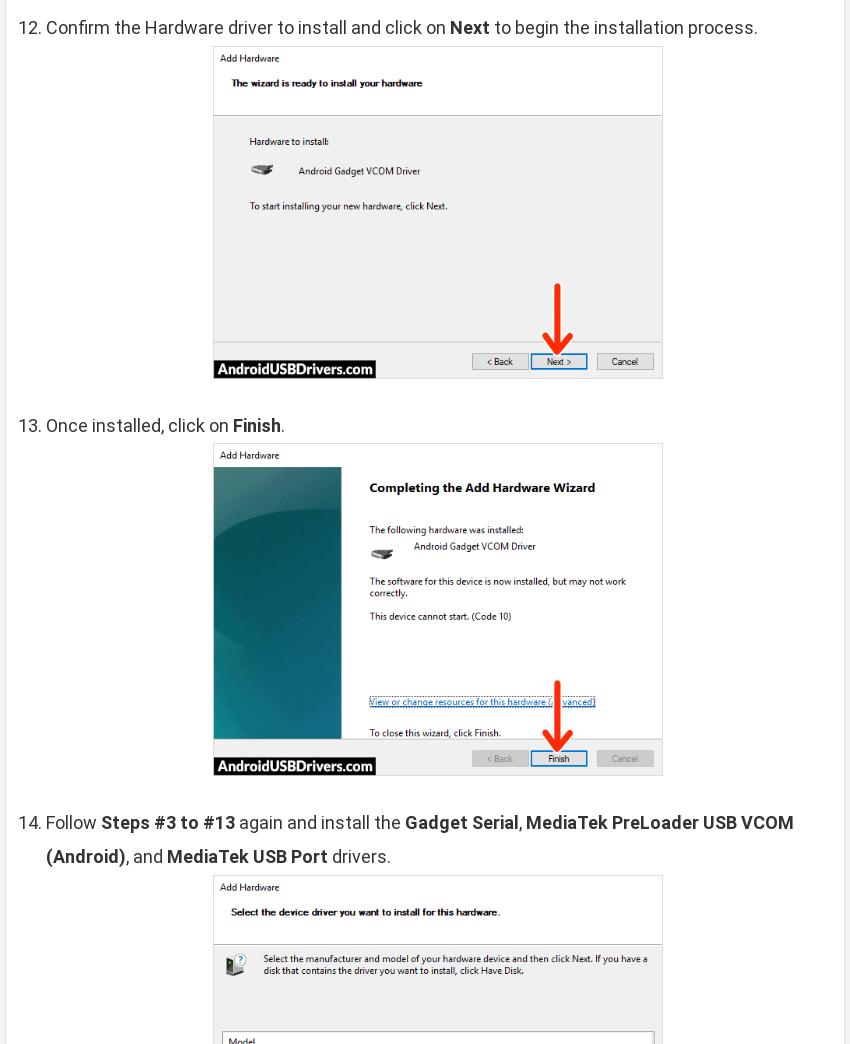 The height and width of the screenshot is (1044, 850). Describe the element at coordinates (521, 821) in the screenshot. I see `','` at that location.